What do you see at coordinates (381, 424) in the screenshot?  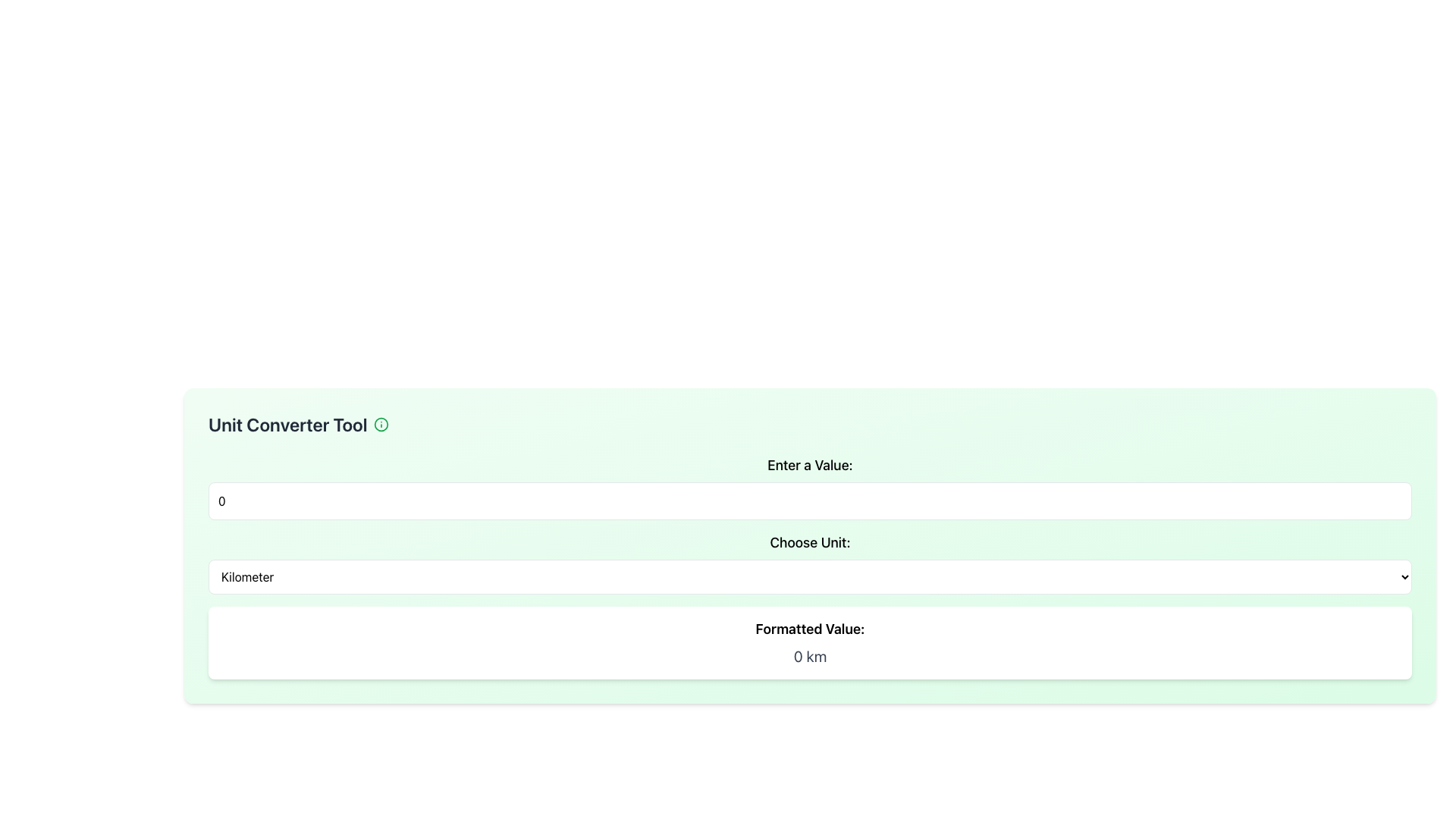 I see `the circular information icon with a green stroke, located to the right of the 'Unit Converter Tool' header text` at bounding box center [381, 424].